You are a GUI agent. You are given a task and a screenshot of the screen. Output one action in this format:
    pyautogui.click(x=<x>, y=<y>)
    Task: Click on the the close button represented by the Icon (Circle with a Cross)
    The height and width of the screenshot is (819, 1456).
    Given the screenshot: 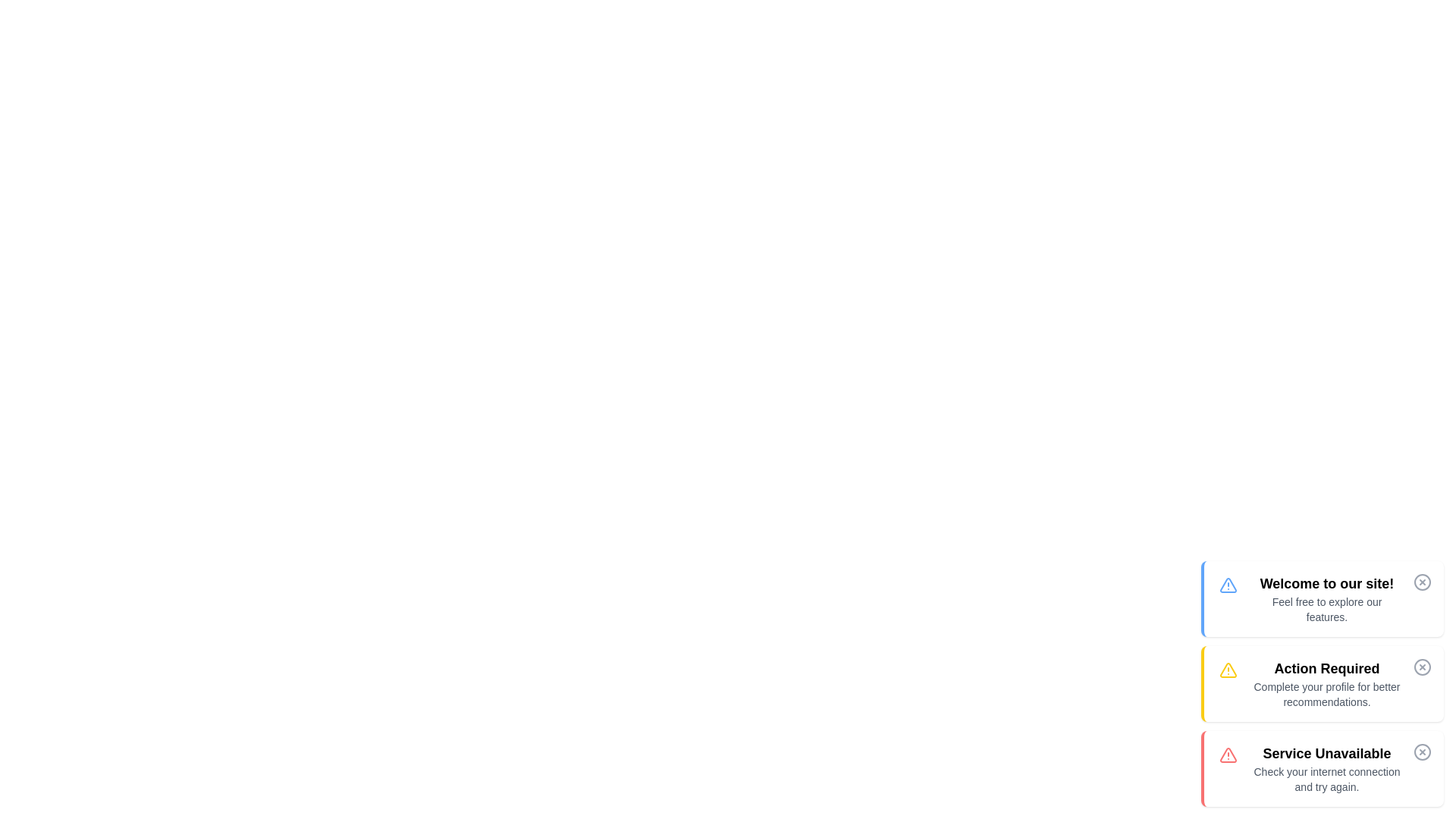 What is the action you would take?
    pyautogui.click(x=1422, y=752)
    